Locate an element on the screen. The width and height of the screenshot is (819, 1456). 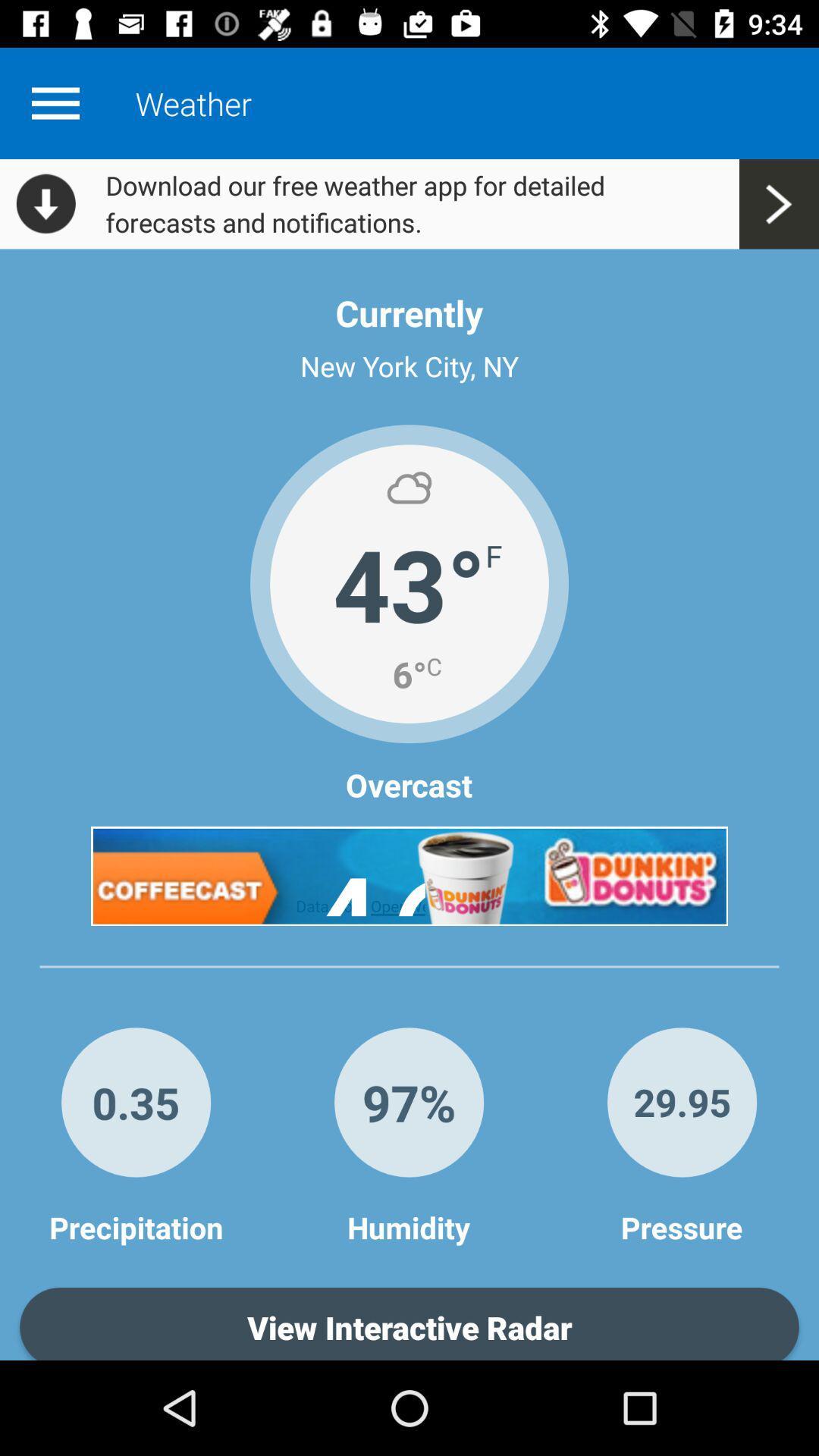
click on the advertisement is located at coordinates (409, 876).